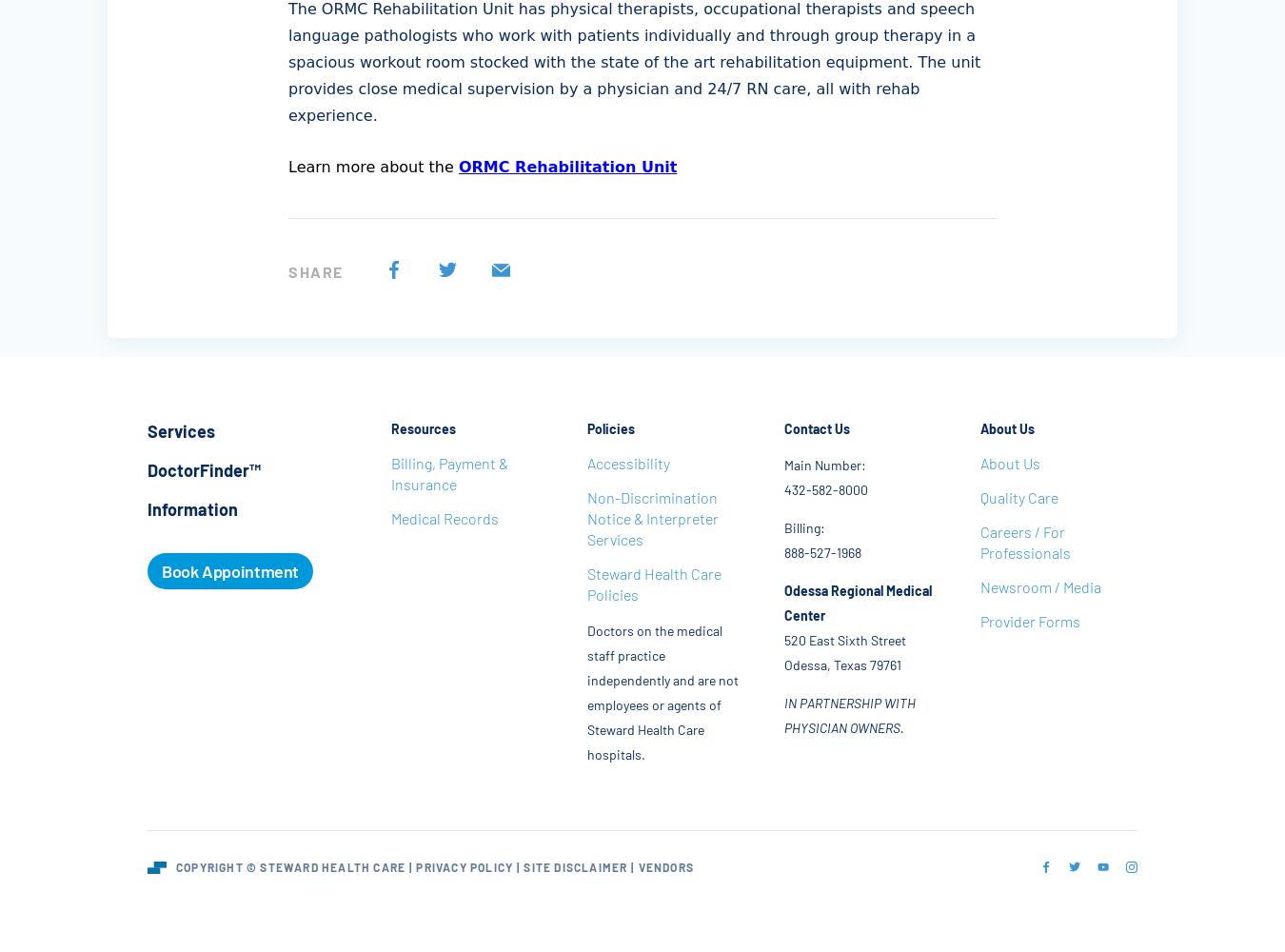 The width and height of the screenshot is (1285, 952). Describe the element at coordinates (373, 167) in the screenshot. I see `'Learn more about the'` at that location.